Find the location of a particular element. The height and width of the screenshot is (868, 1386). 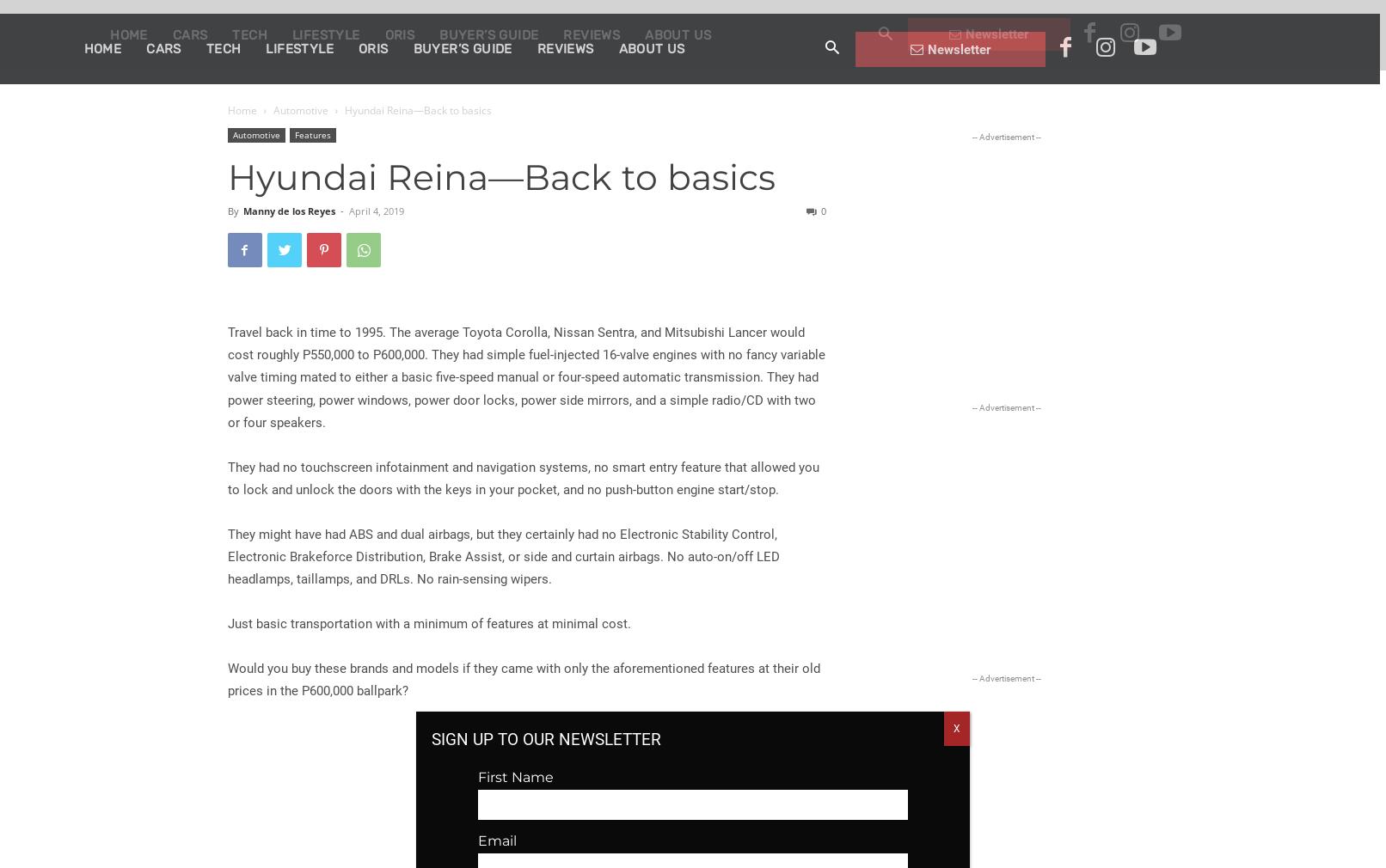

'Home' is located at coordinates (241, 109).